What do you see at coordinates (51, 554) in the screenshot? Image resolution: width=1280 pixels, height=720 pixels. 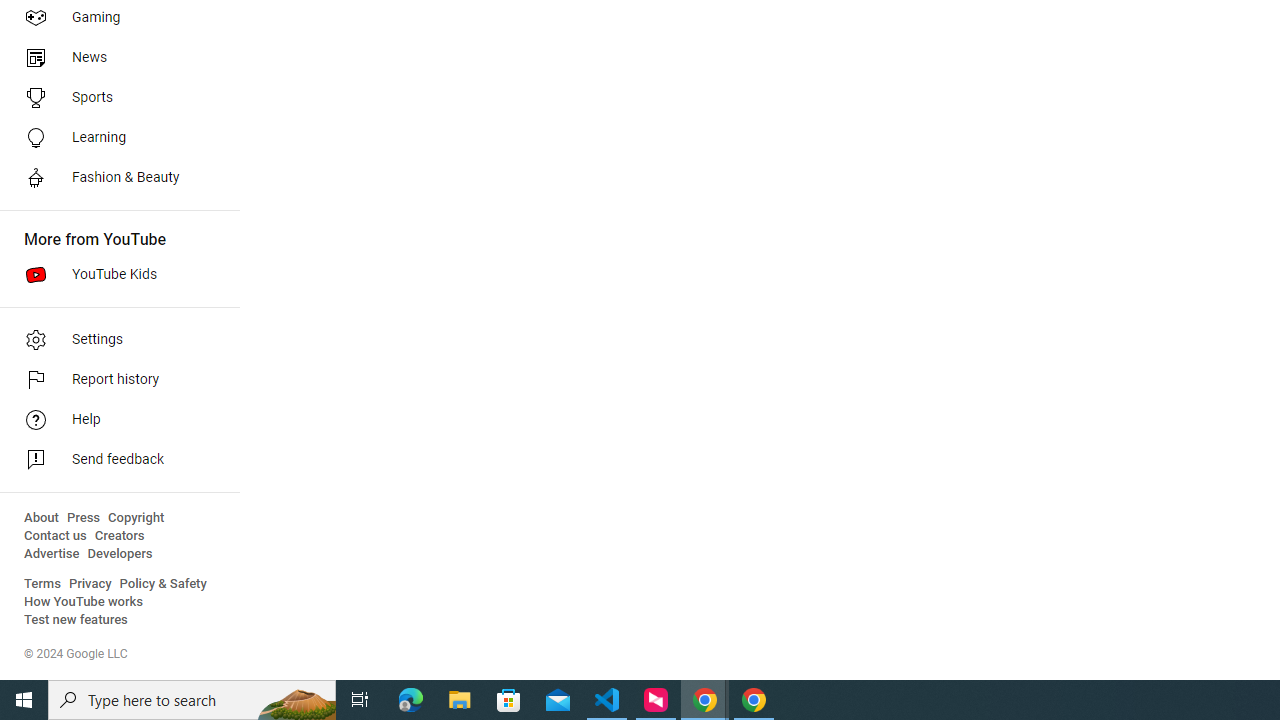 I see `'Advertise'` at bounding box center [51, 554].